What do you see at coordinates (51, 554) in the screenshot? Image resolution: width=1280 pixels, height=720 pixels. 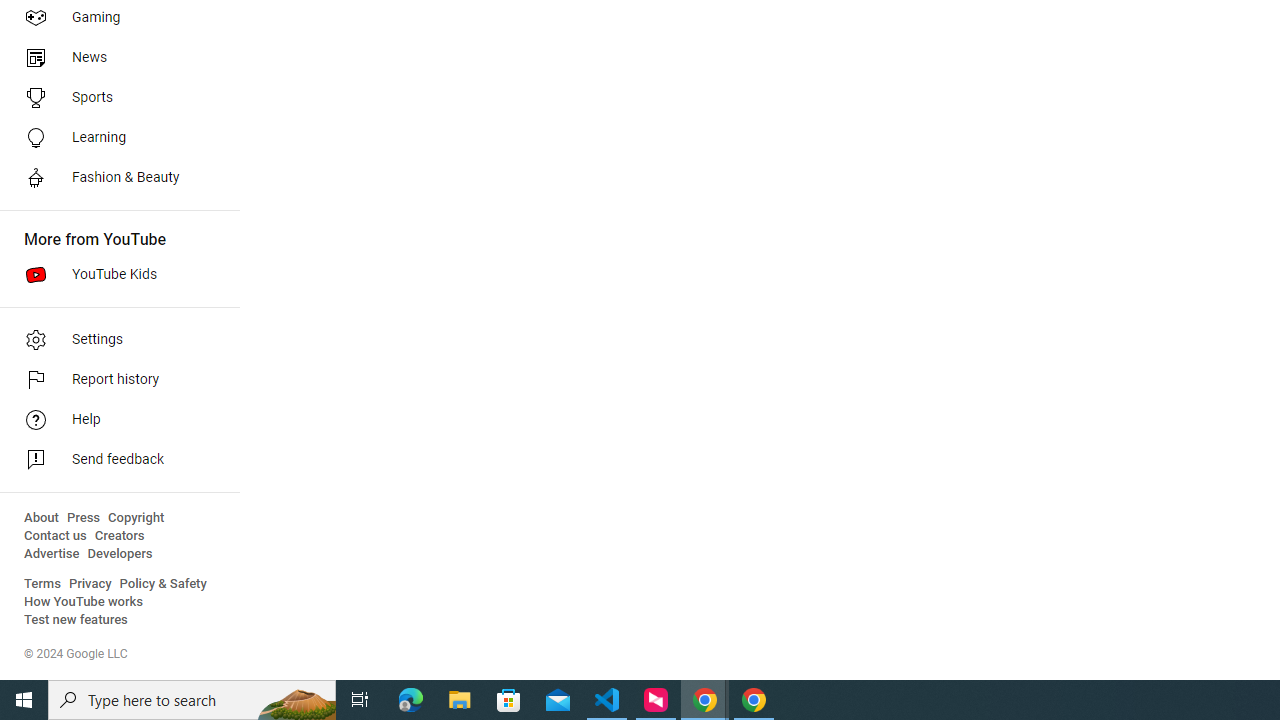 I see `'Advertise'` at bounding box center [51, 554].